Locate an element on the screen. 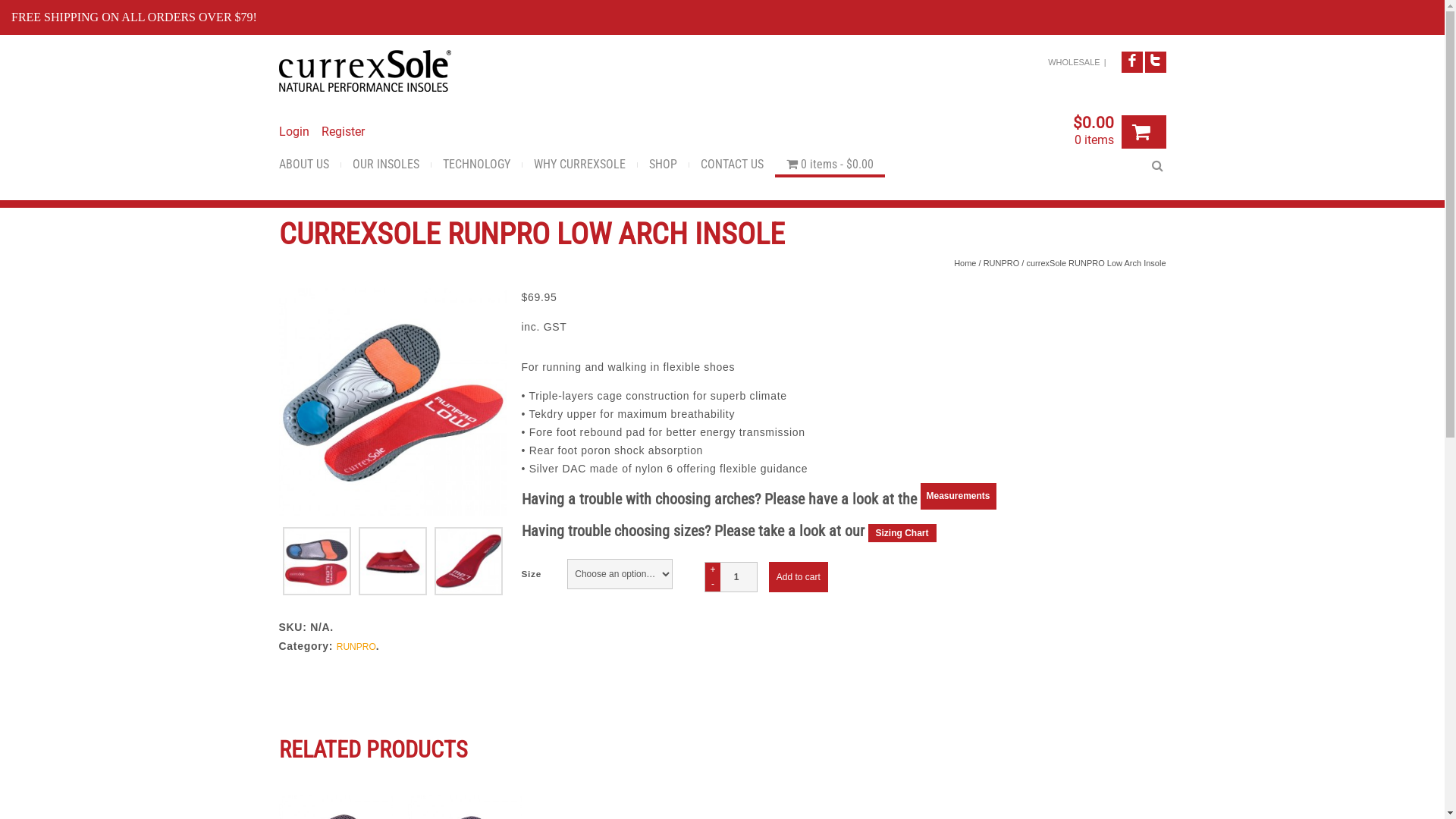 The width and height of the screenshot is (1456, 819). '0 items$0.00' is located at coordinates (829, 166).